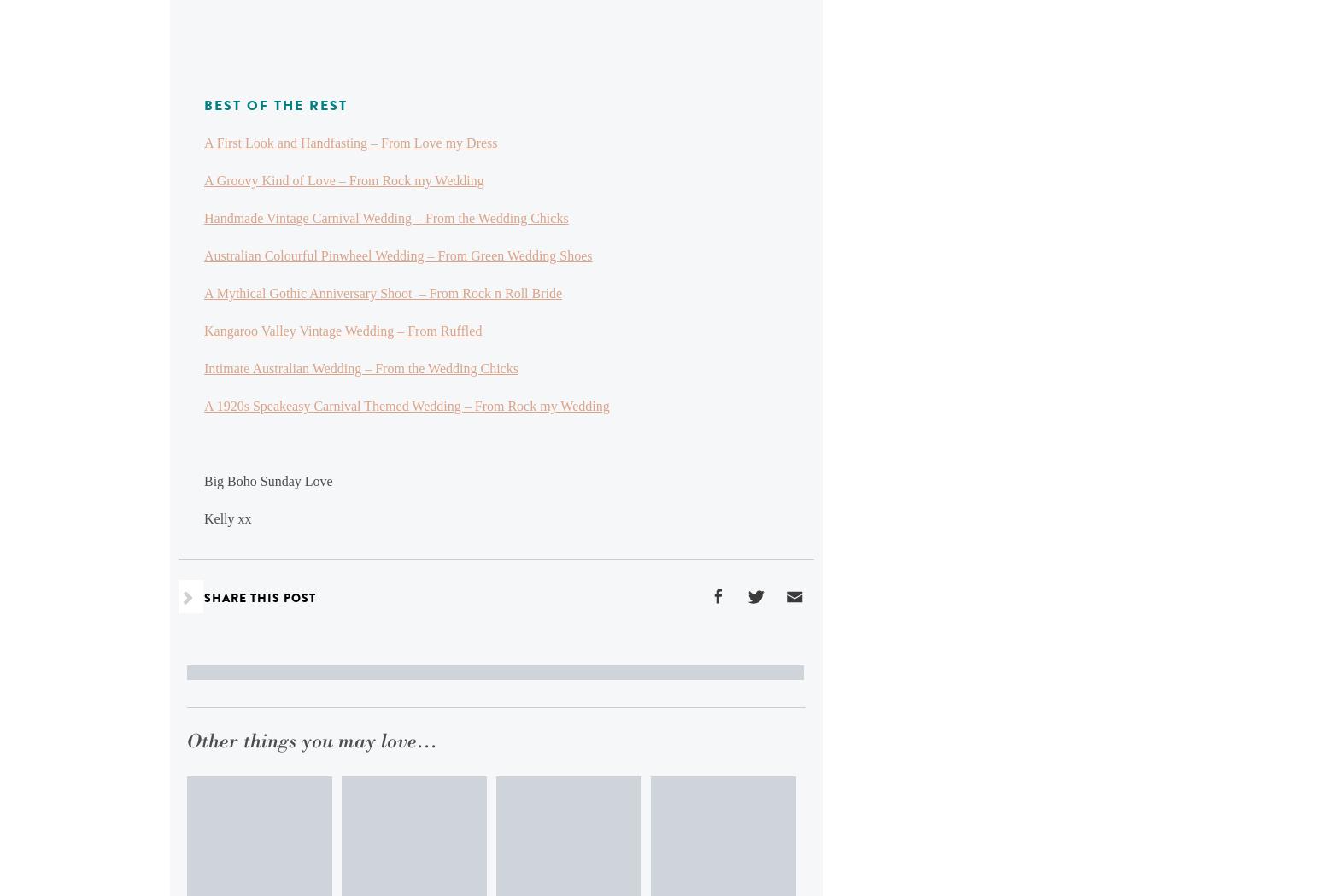  Describe the element at coordinates (350, 142) in the screenshot. I see `'A First Look and Handfasting – From Love my Dress'` at that location.